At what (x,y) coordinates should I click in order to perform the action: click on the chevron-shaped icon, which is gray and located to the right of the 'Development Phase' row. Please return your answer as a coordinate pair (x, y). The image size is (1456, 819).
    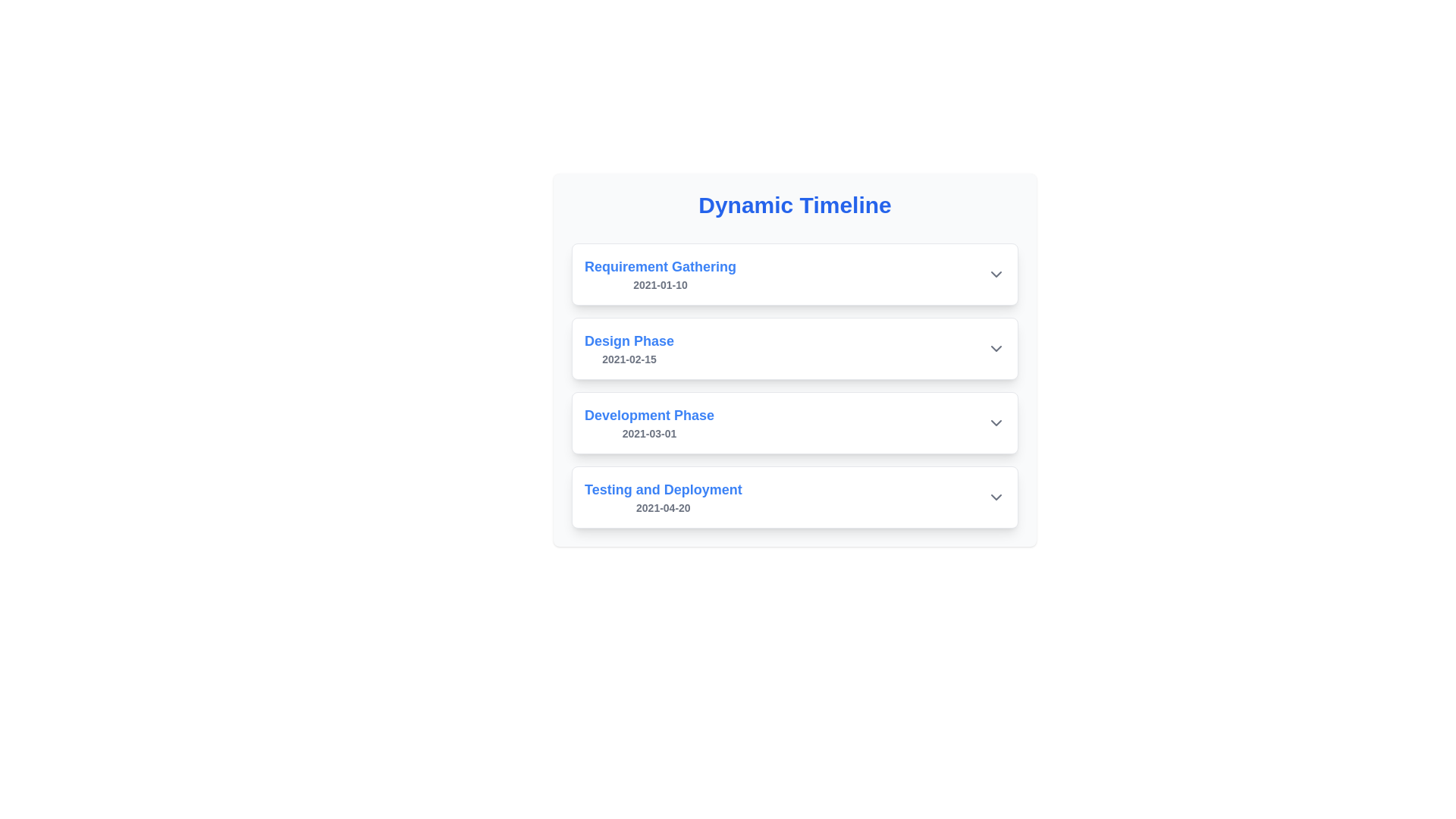
    Looking at the image, I should click on (996, 423).